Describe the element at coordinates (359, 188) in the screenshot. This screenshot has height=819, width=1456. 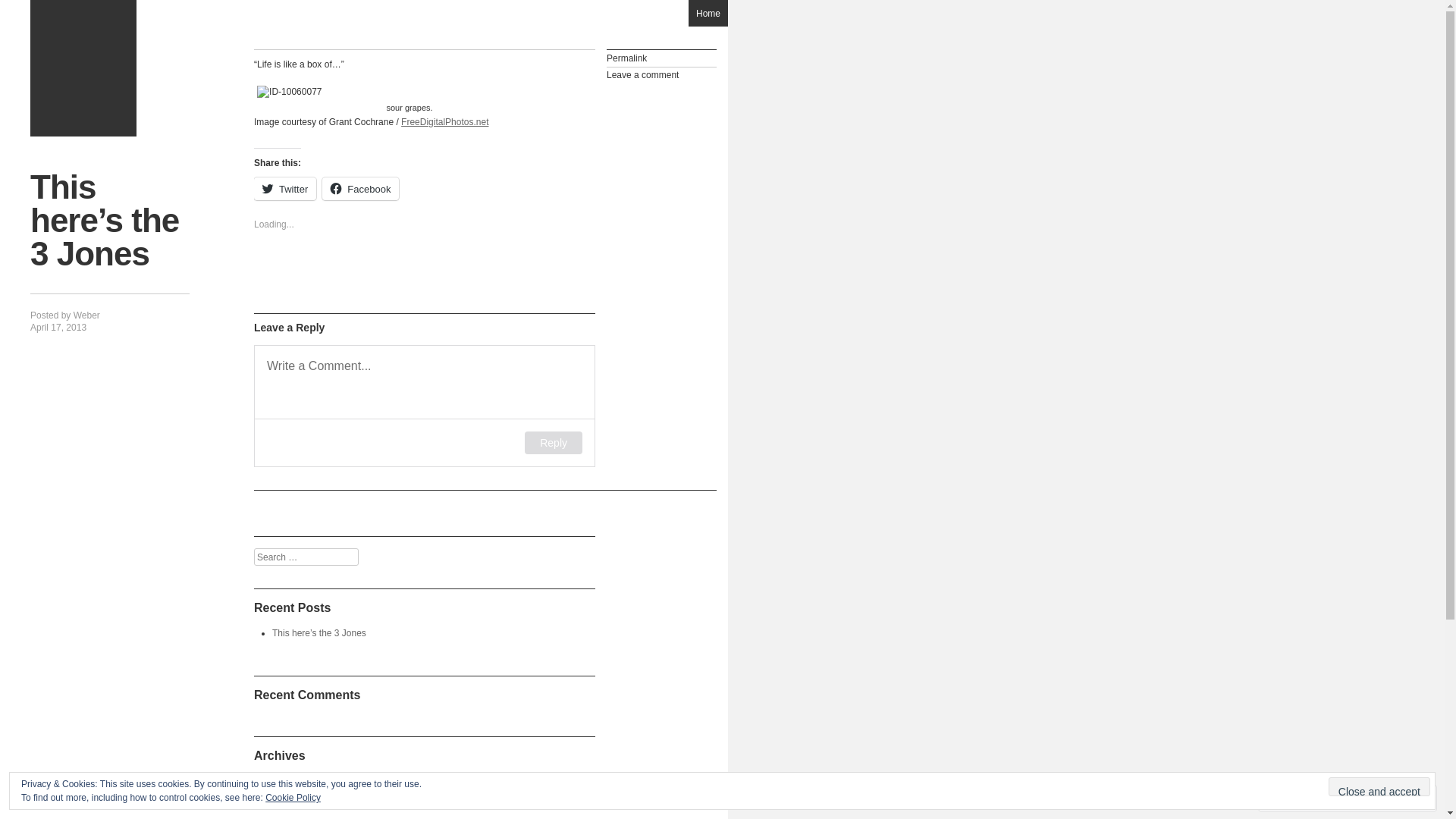
I see `'Facebook'` at that location.